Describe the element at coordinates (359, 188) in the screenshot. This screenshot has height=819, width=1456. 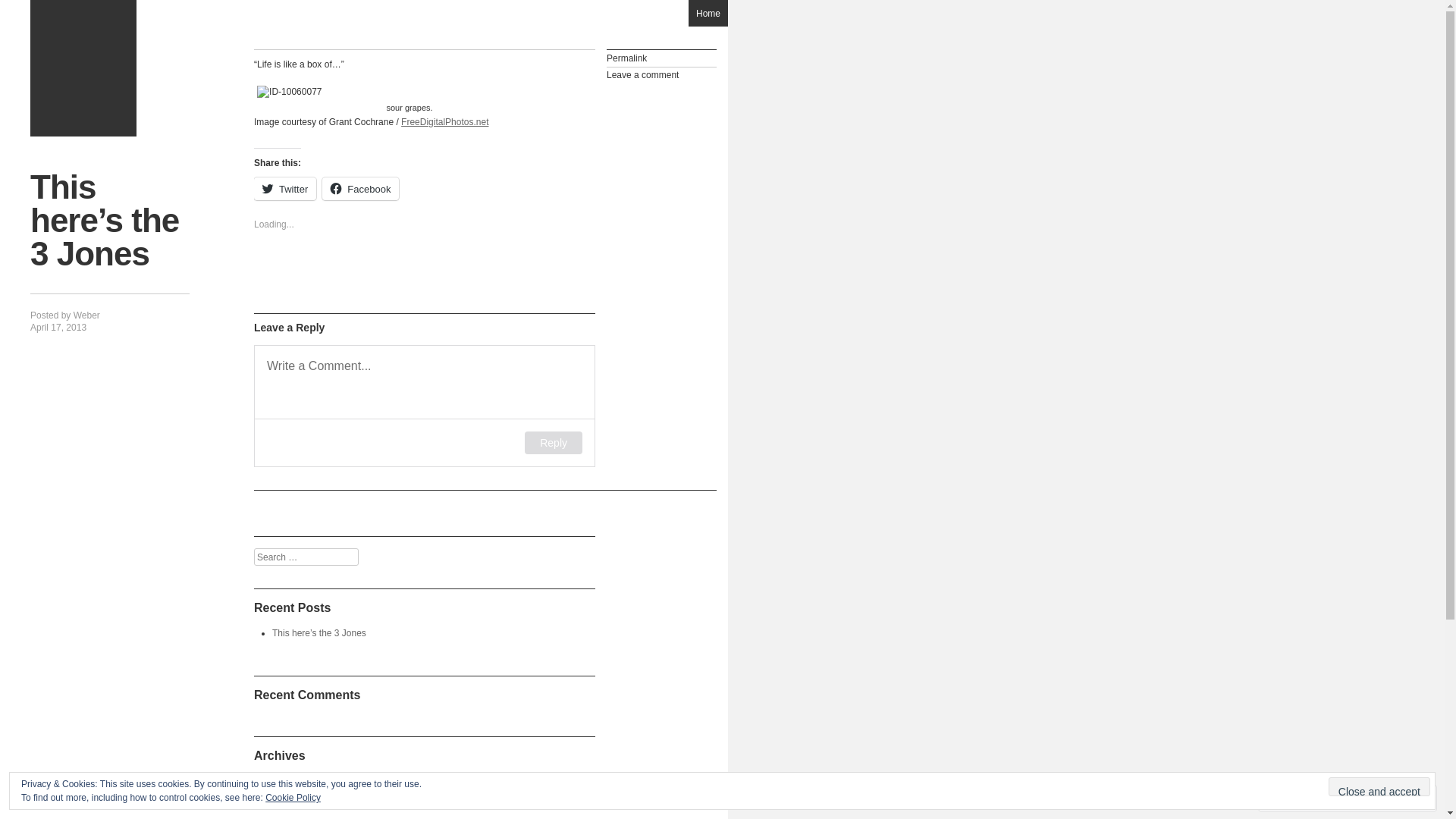
I see `'Facebook'` at that location.